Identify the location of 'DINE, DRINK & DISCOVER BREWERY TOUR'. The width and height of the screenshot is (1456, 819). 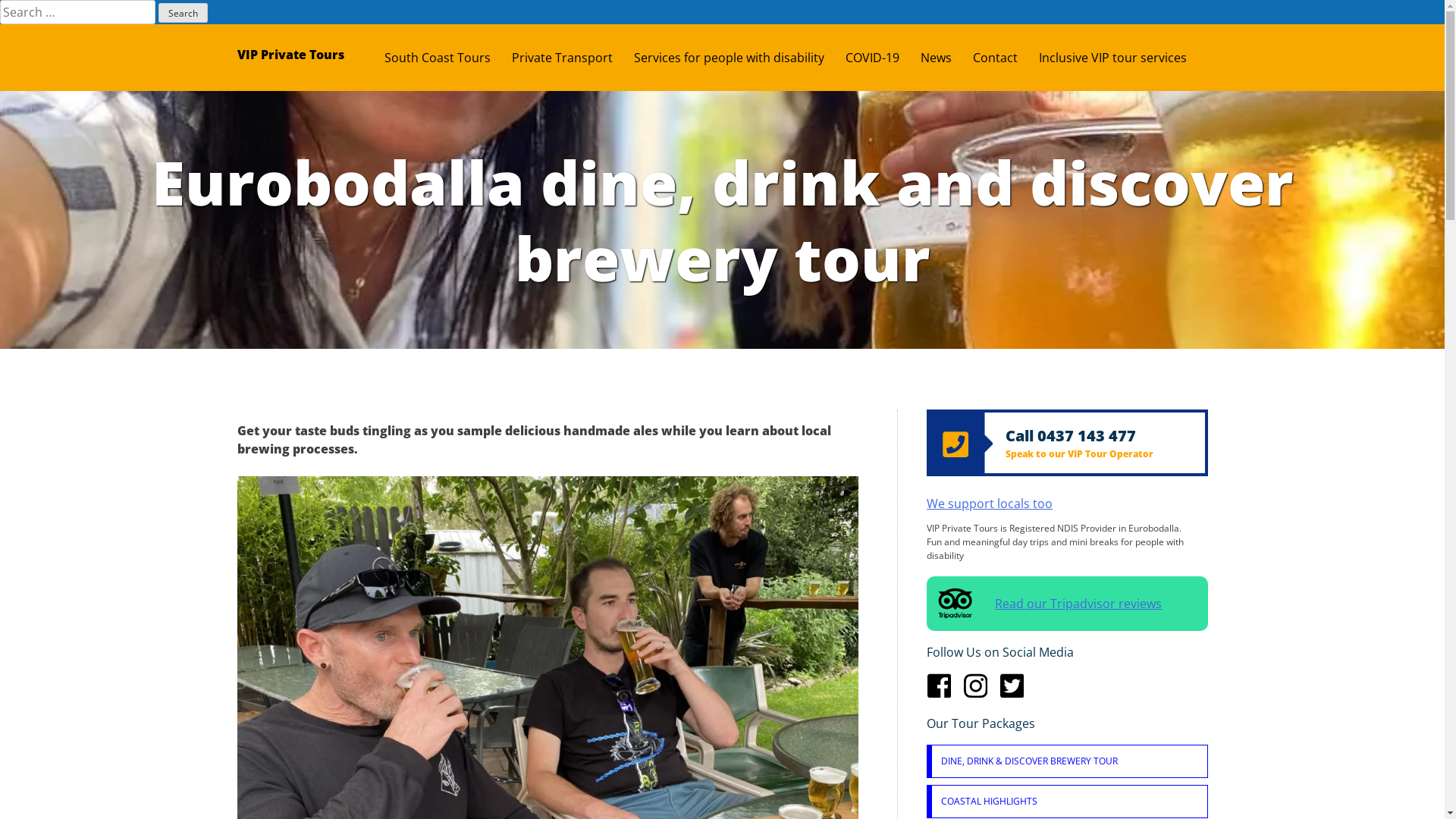
(930, 761).